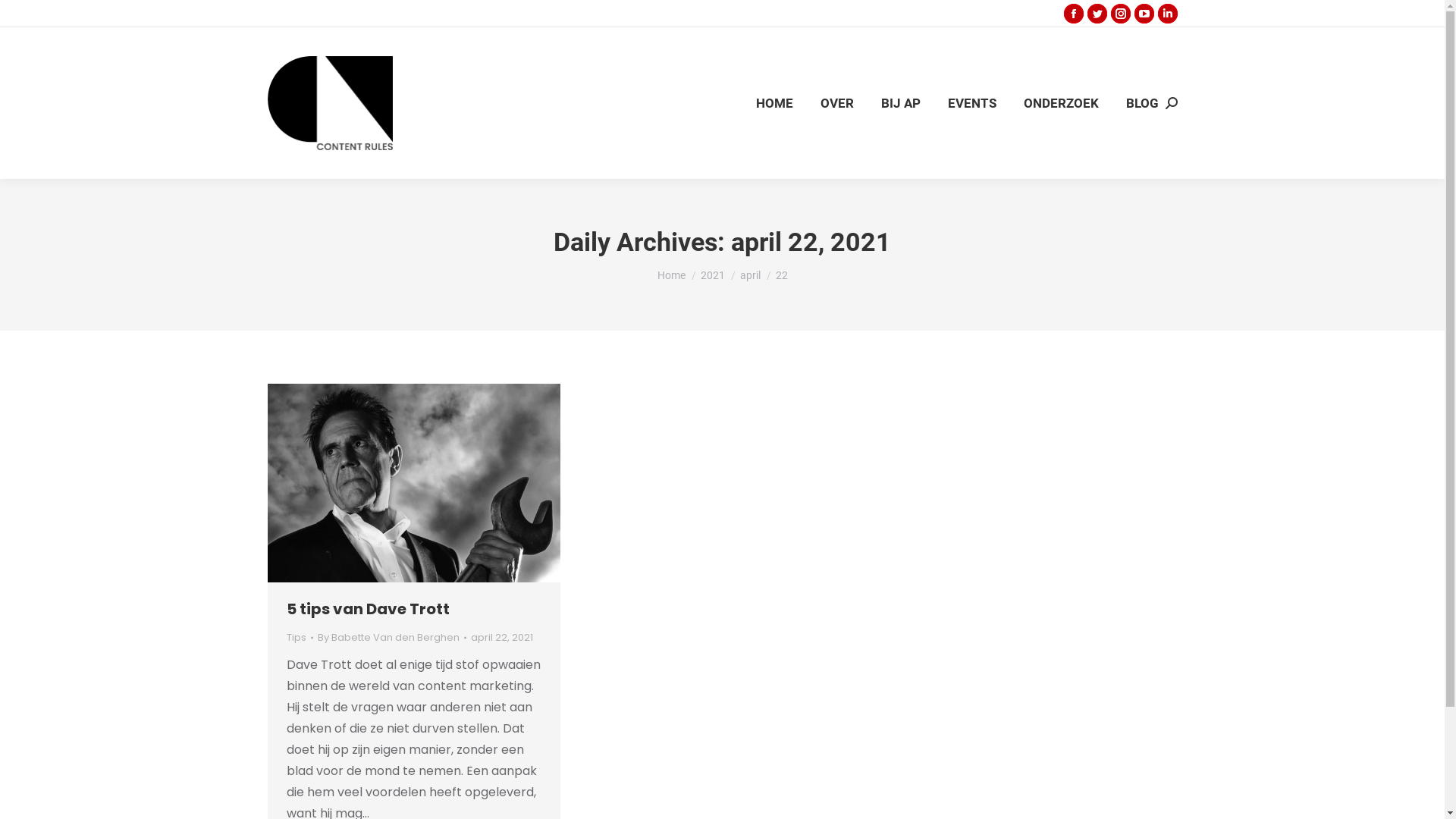  I want to click on 'BIJ AP', so click(901, 102).